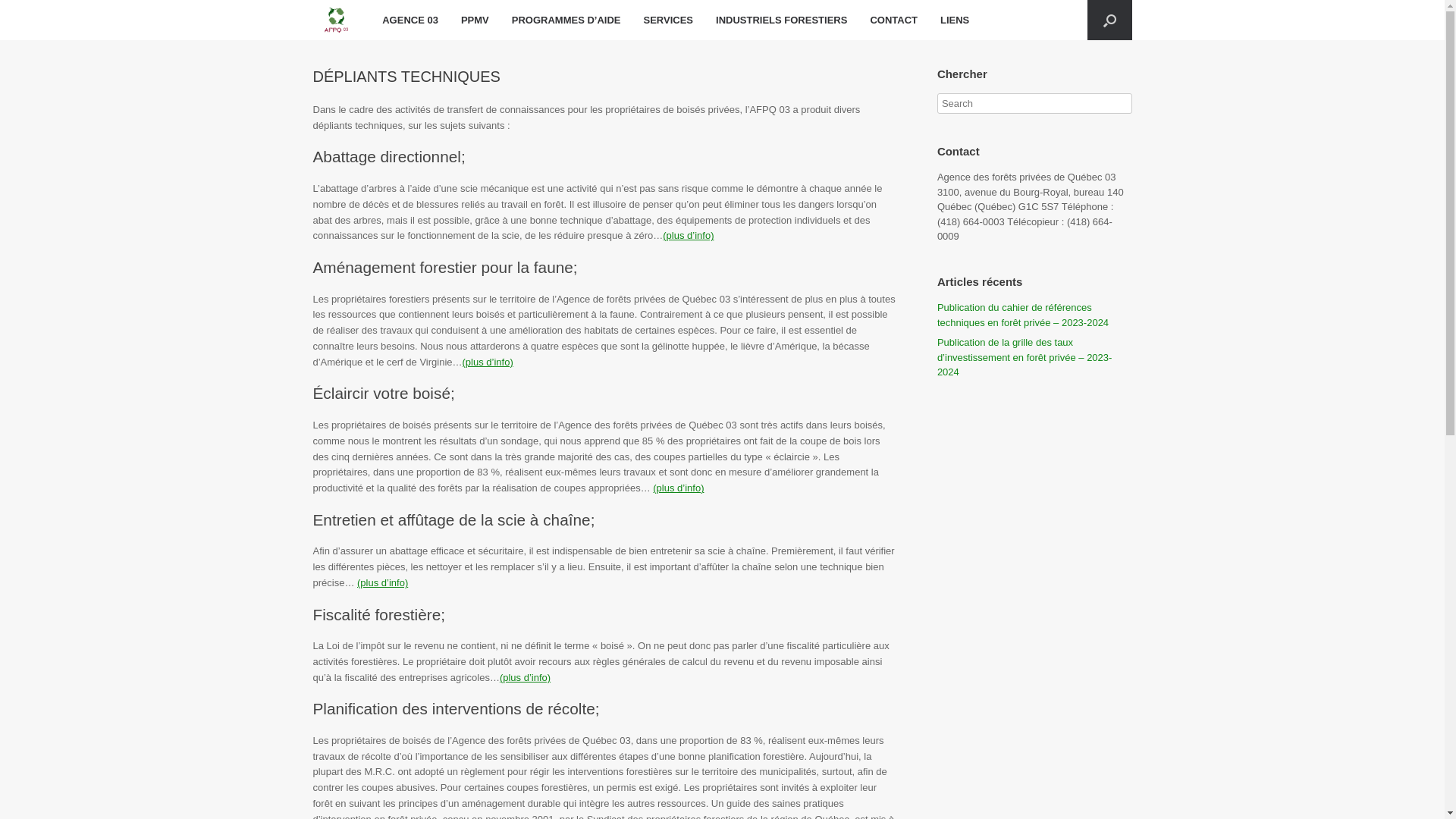  What do you see at coordinates (953, 20) in the screenshot?
I see `'LIENS'` at bounding box center [953, 20].